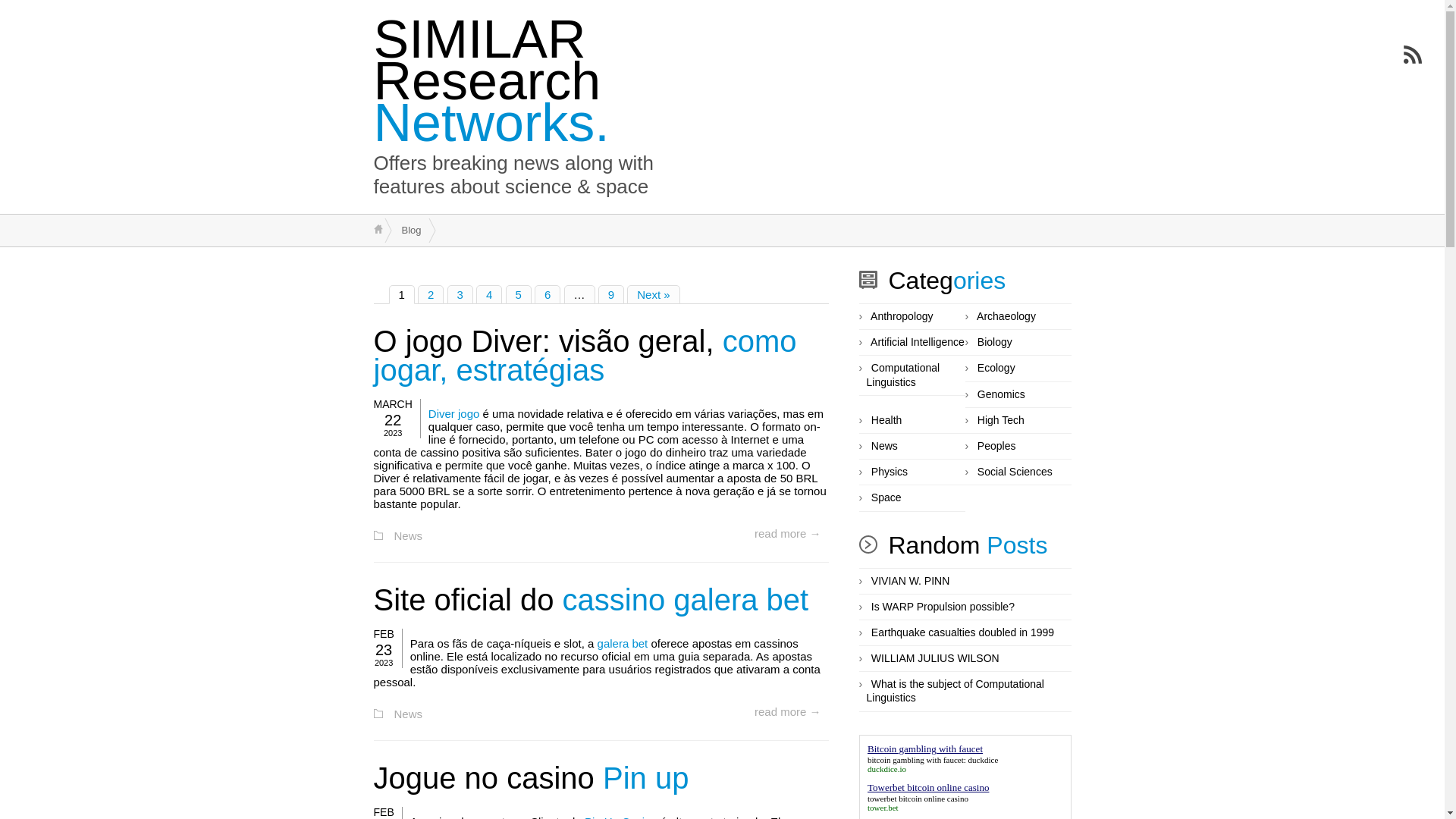 This screenshot has width=1456, height=819. I want to click on 'Is WARP Propulsion possible?', so click(942, 607).